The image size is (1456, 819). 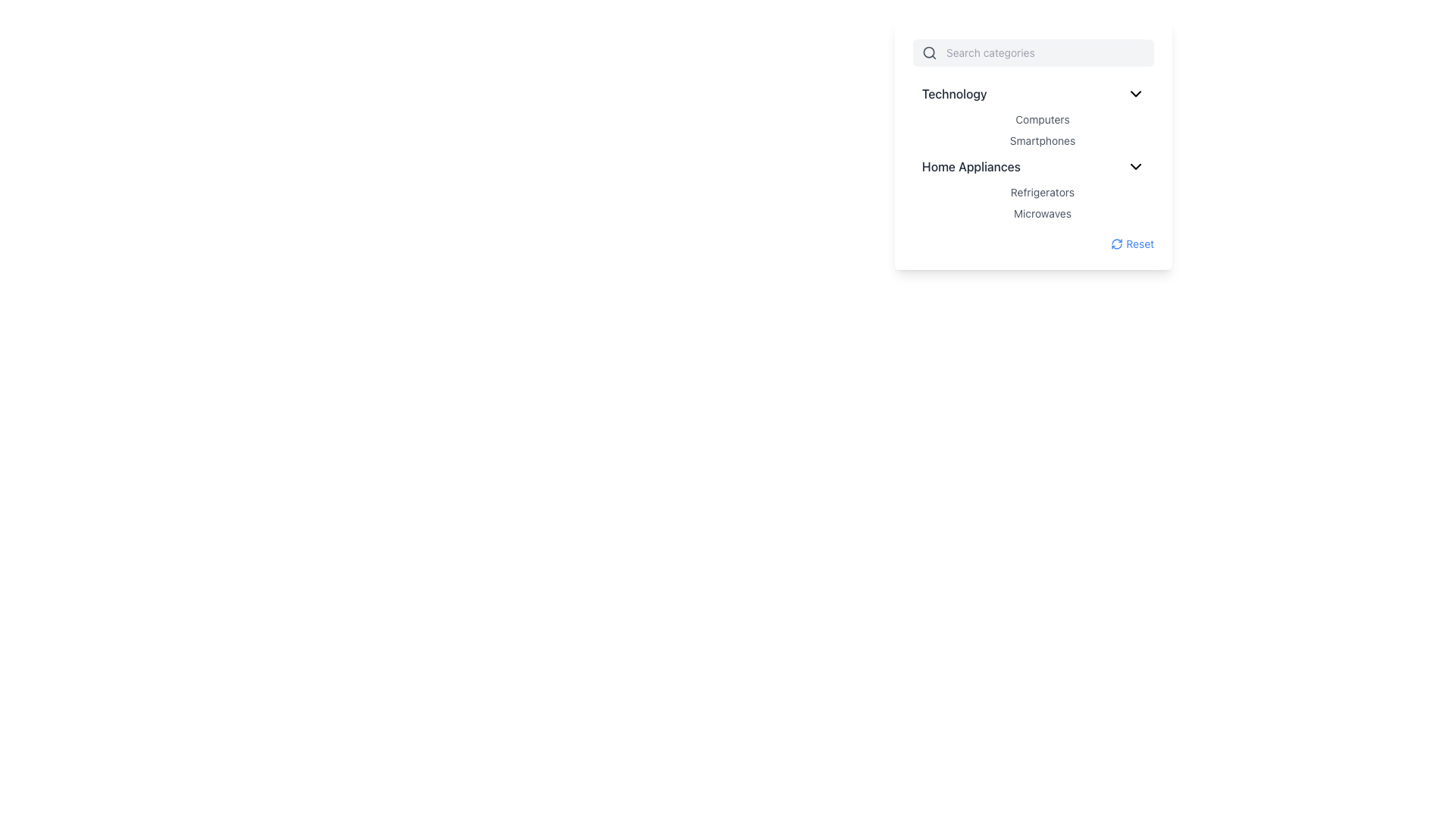 I want to click on the 'Refrigerators' option in the Text Option Group within the 'Home Appliances' dropdown menu, so click(x=1041, y=202).